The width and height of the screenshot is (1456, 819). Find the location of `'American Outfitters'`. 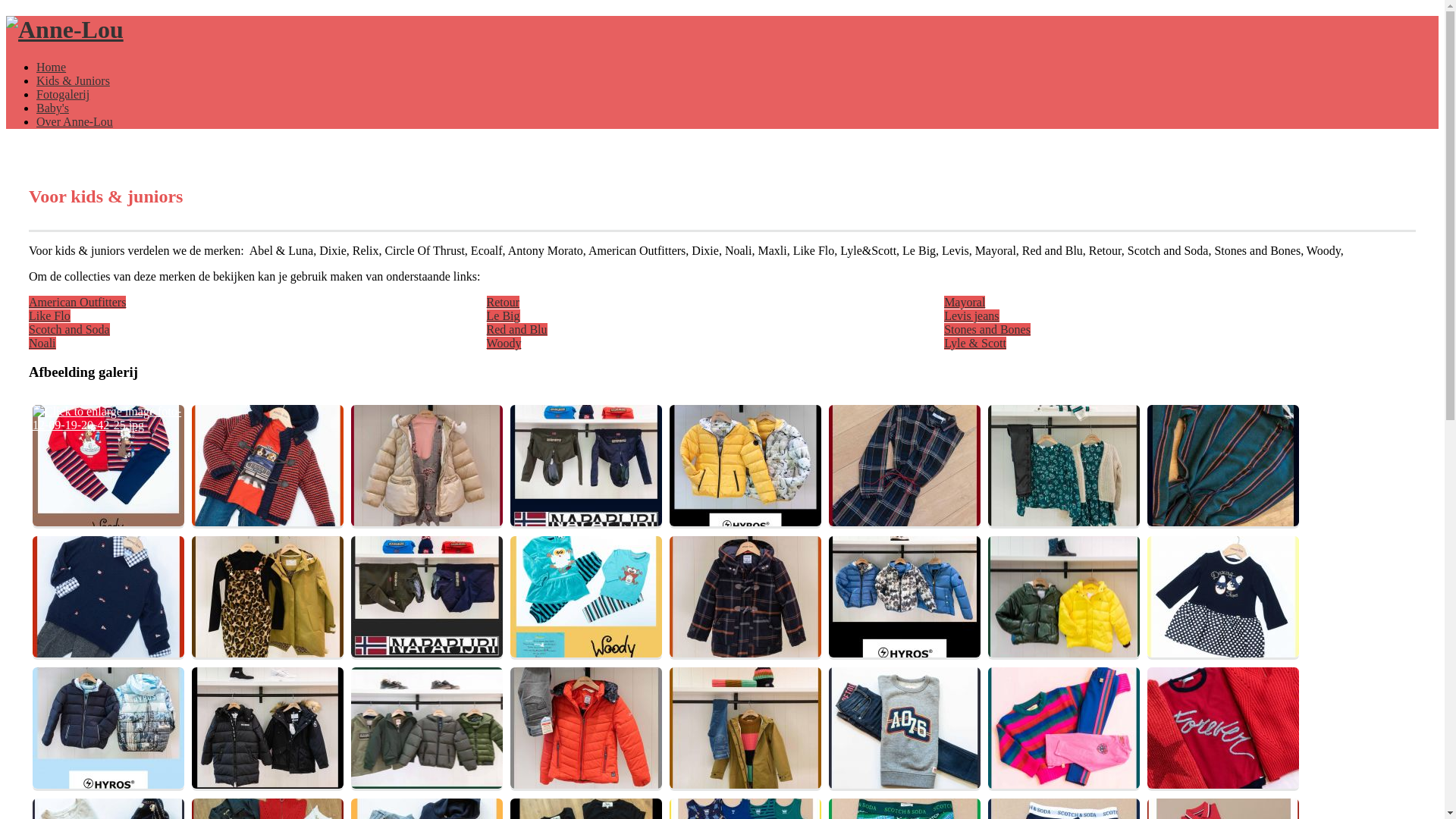

'American Outfitters' is located at coordinates (76, 302).